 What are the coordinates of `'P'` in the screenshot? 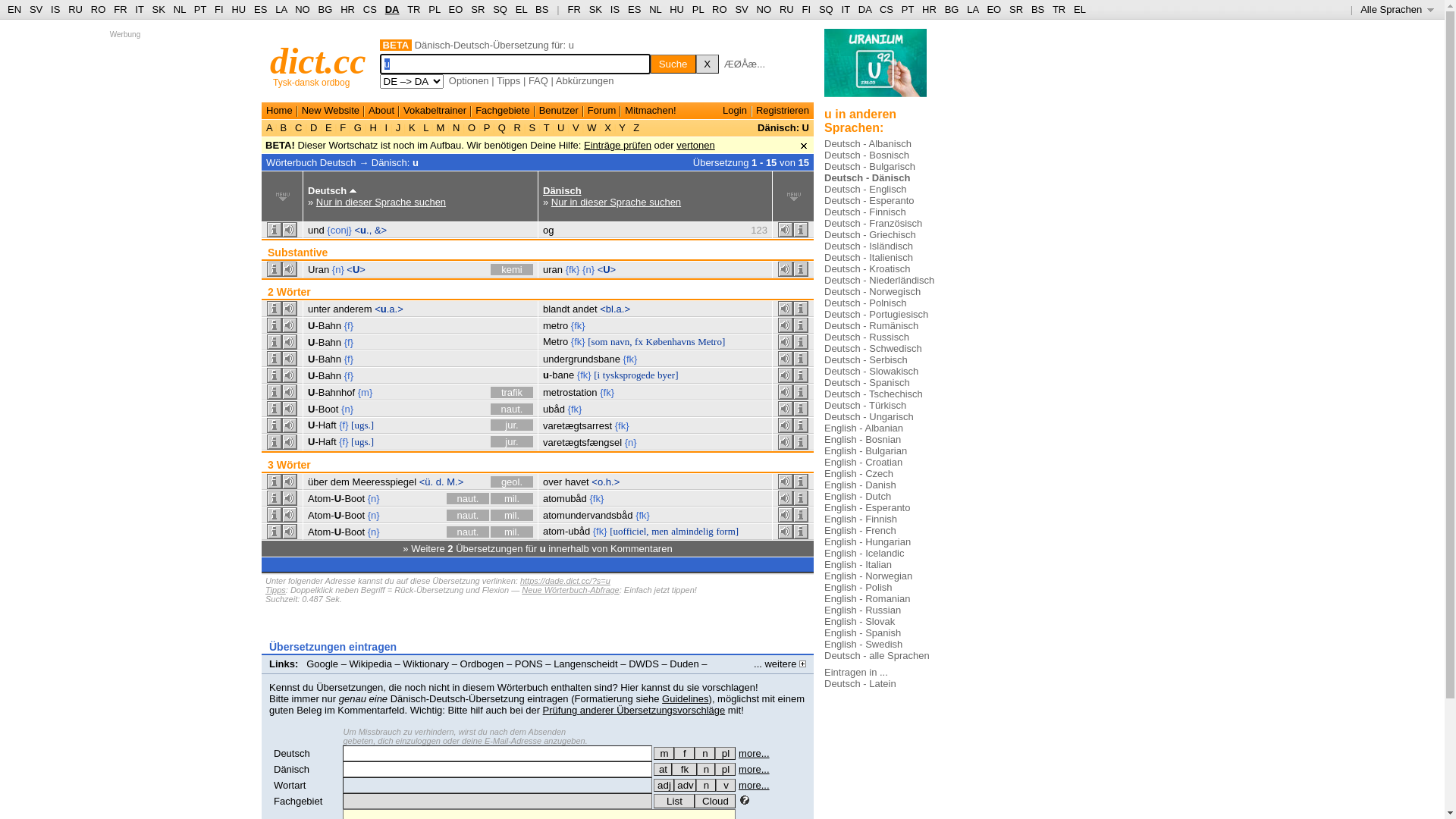 It's located at (479, 127).